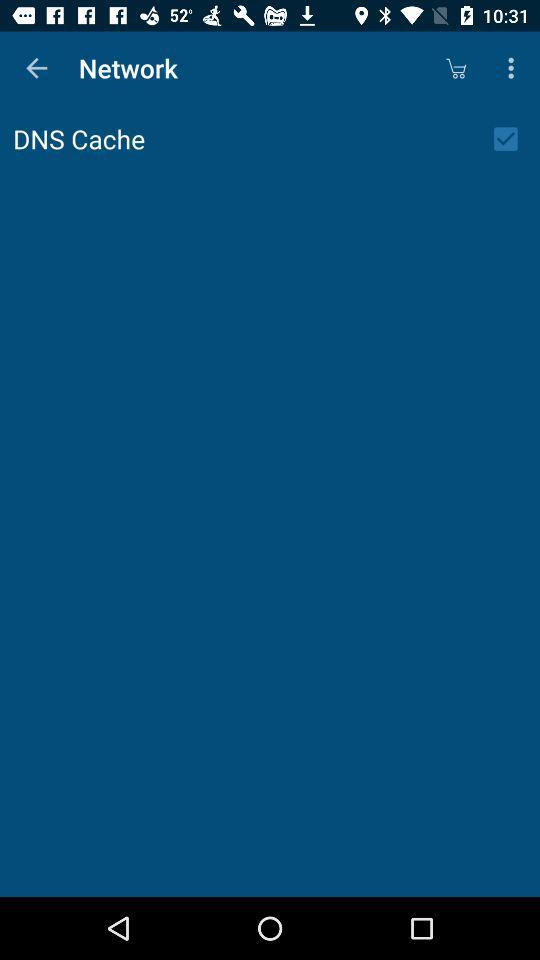  Describe the element at coordinates (512, 138) in the screenshot. I see `icon next to the dns cache item` at that location.